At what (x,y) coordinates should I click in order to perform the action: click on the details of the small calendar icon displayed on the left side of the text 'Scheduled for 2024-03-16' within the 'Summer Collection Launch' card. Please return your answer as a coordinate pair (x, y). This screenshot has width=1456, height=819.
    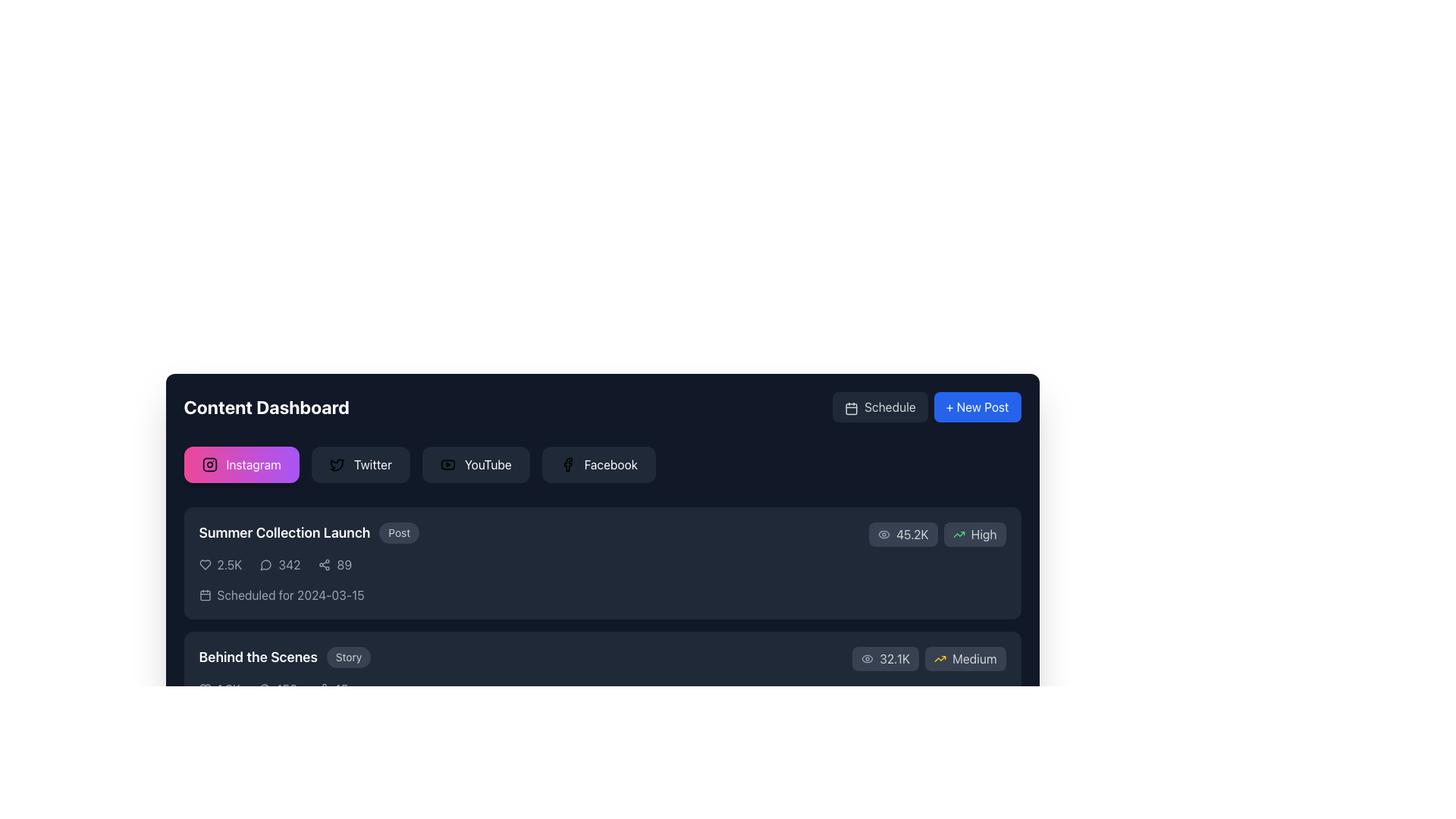
    Looking at the image, I should click on (204, 718).